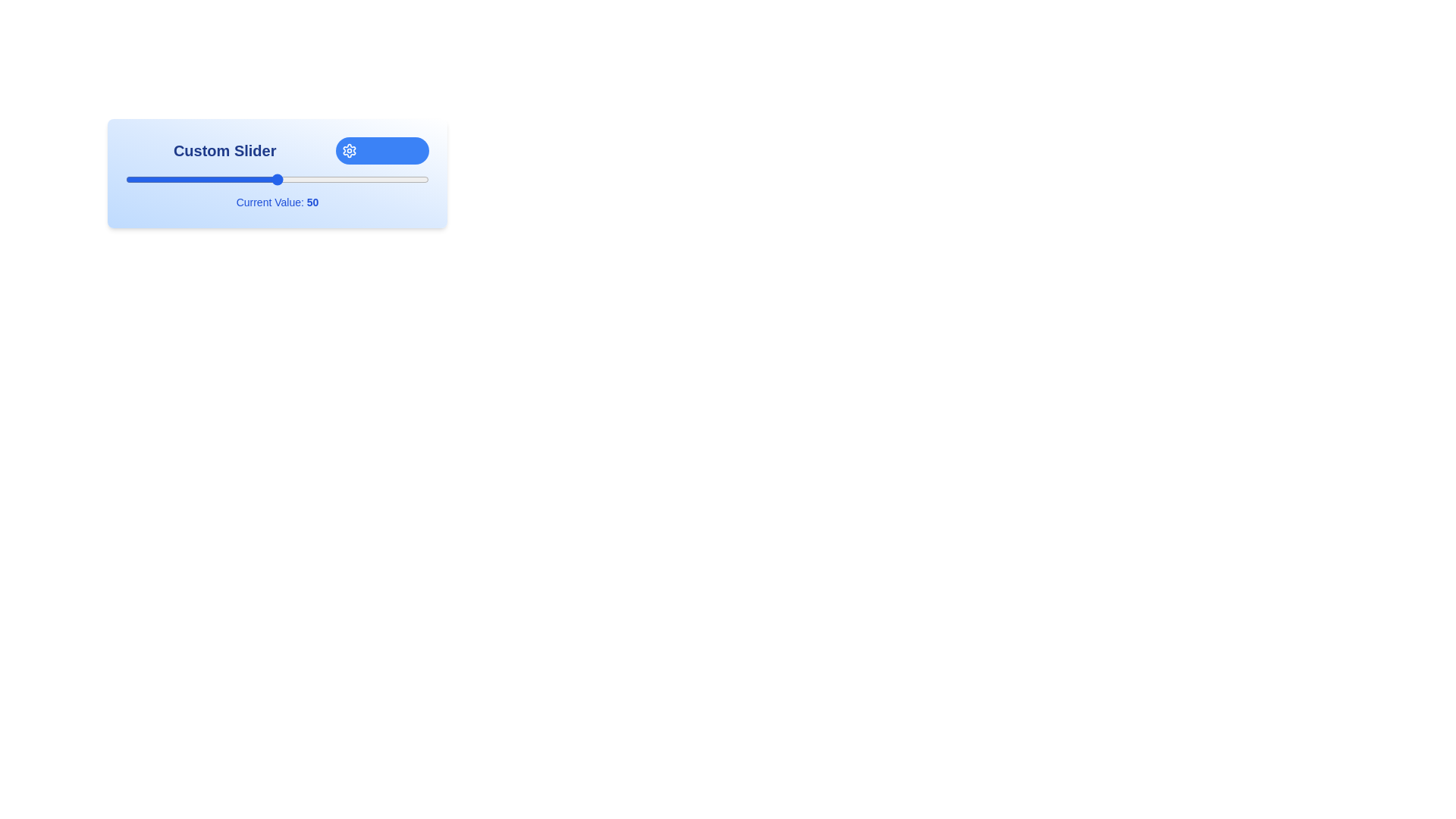  Describe the element at coordinates (312, 201) in the screenshot. I see `the Text label that displays a numerical value, positioned immediately following 'Current Value:' in the lower third of the card component` at that location.